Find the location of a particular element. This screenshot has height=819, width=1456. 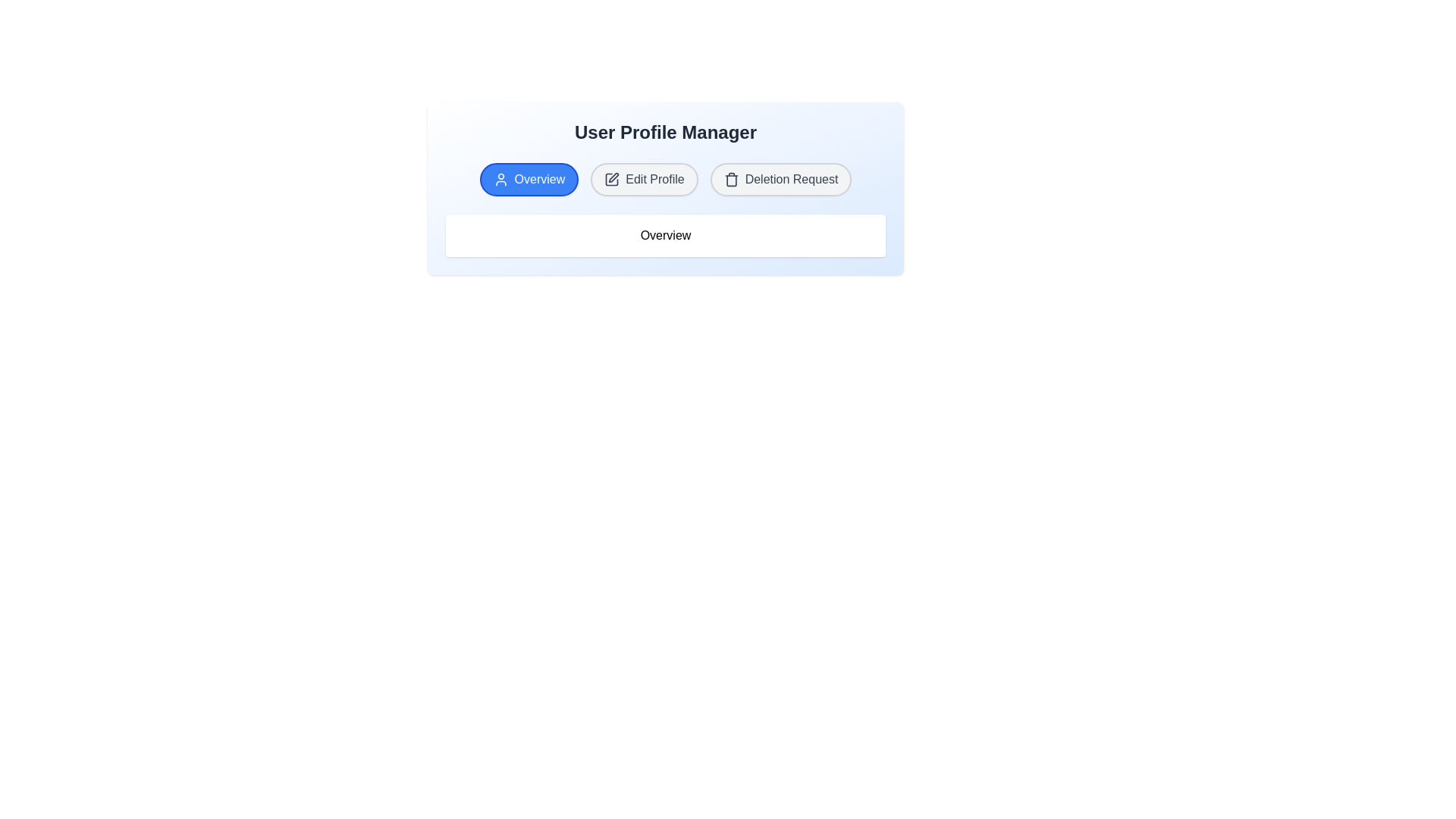

the icon of the Deletion Request tab is located at coordinates (731, 178).